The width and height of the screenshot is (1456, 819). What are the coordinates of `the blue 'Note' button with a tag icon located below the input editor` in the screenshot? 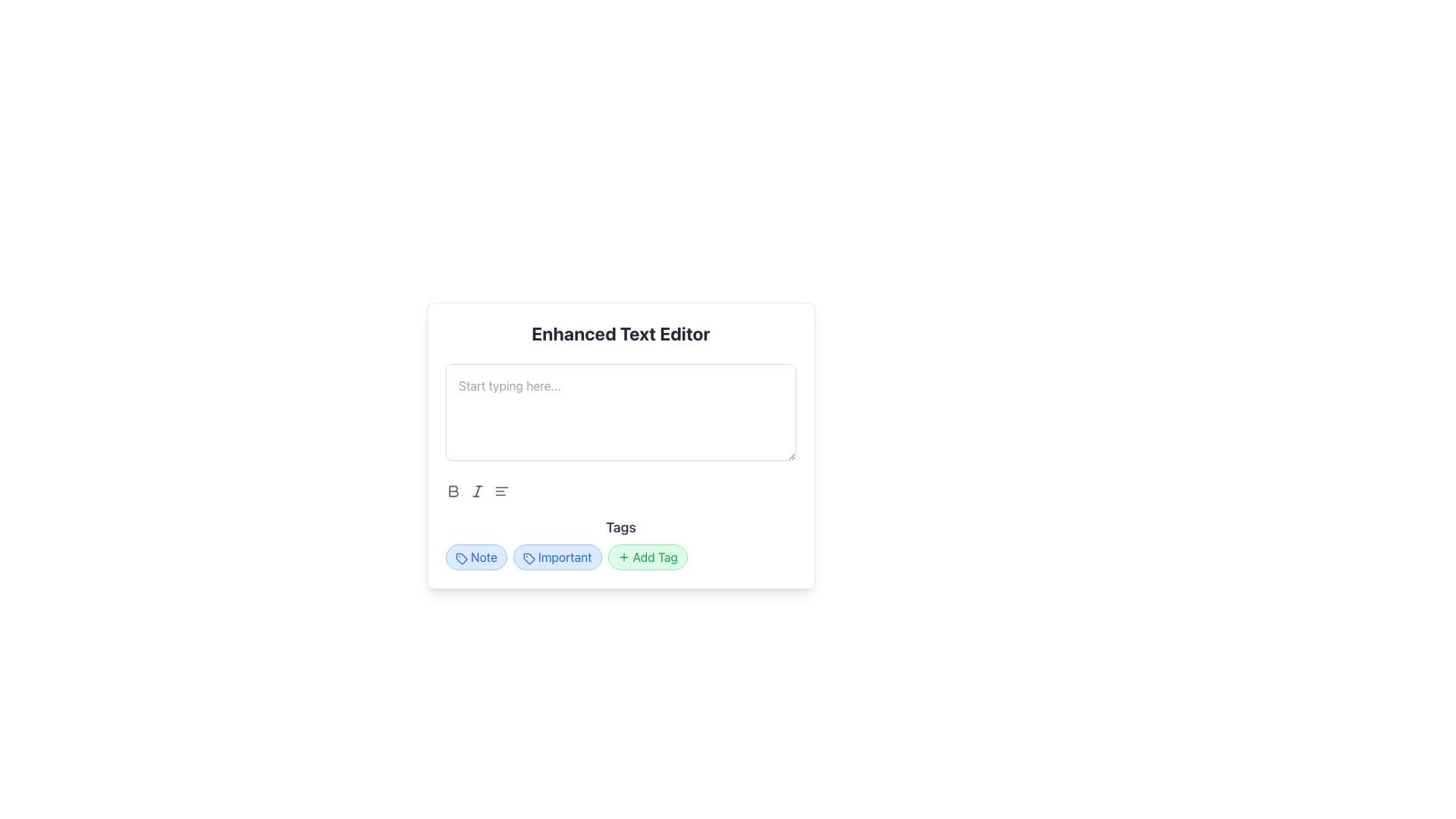 It's located at (475, 557).